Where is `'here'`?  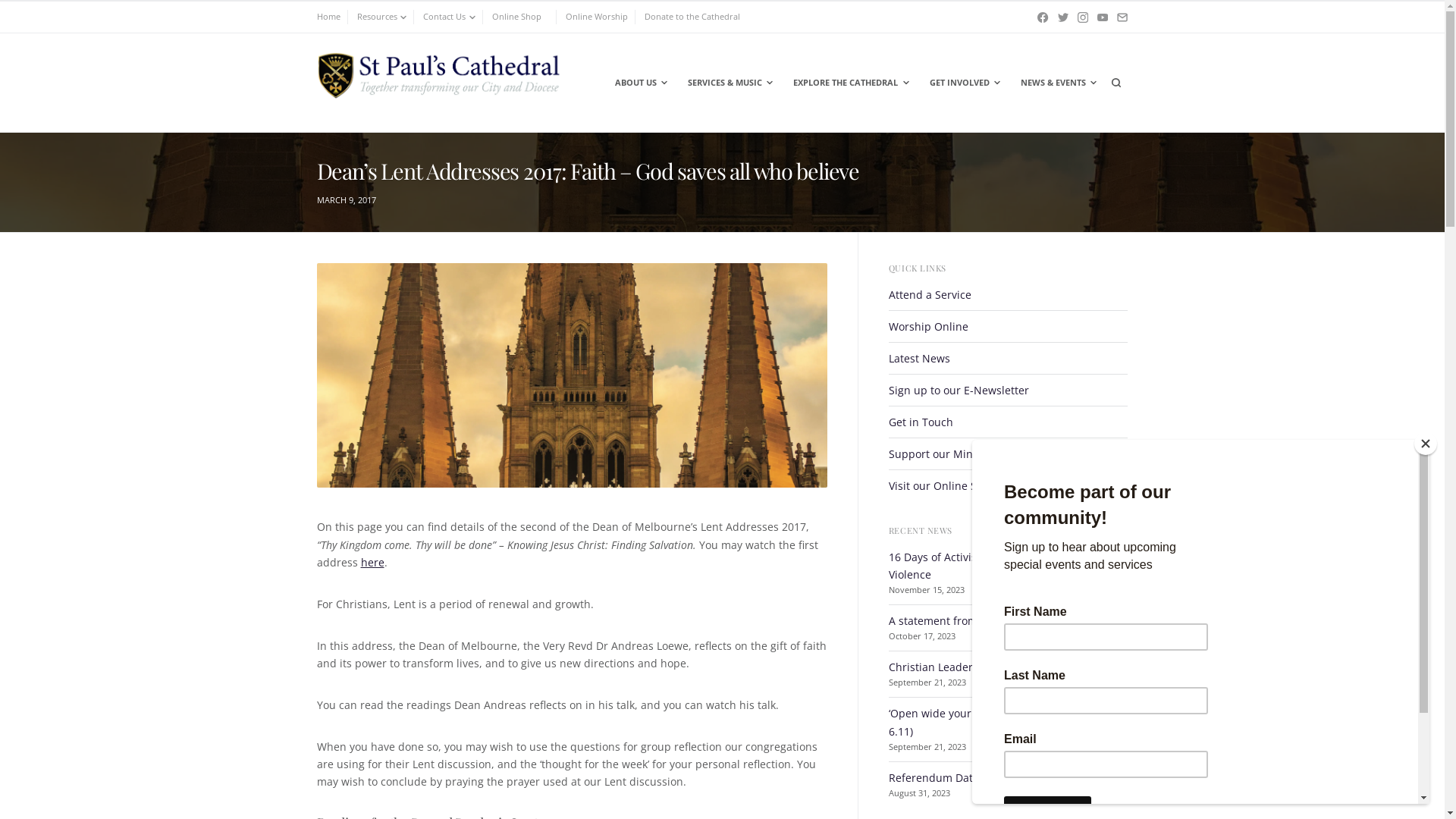
'here' is located at coordinates (372, 562).